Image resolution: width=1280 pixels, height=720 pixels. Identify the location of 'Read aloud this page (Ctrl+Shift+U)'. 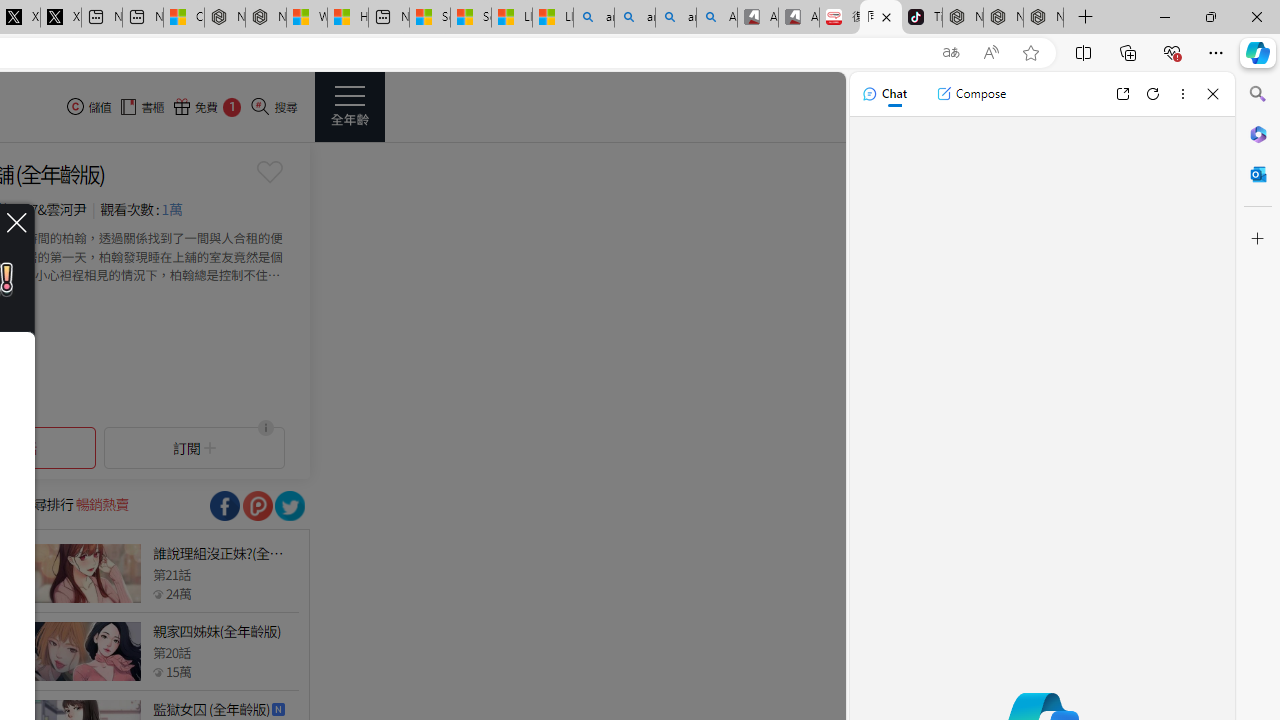
(991, 52).